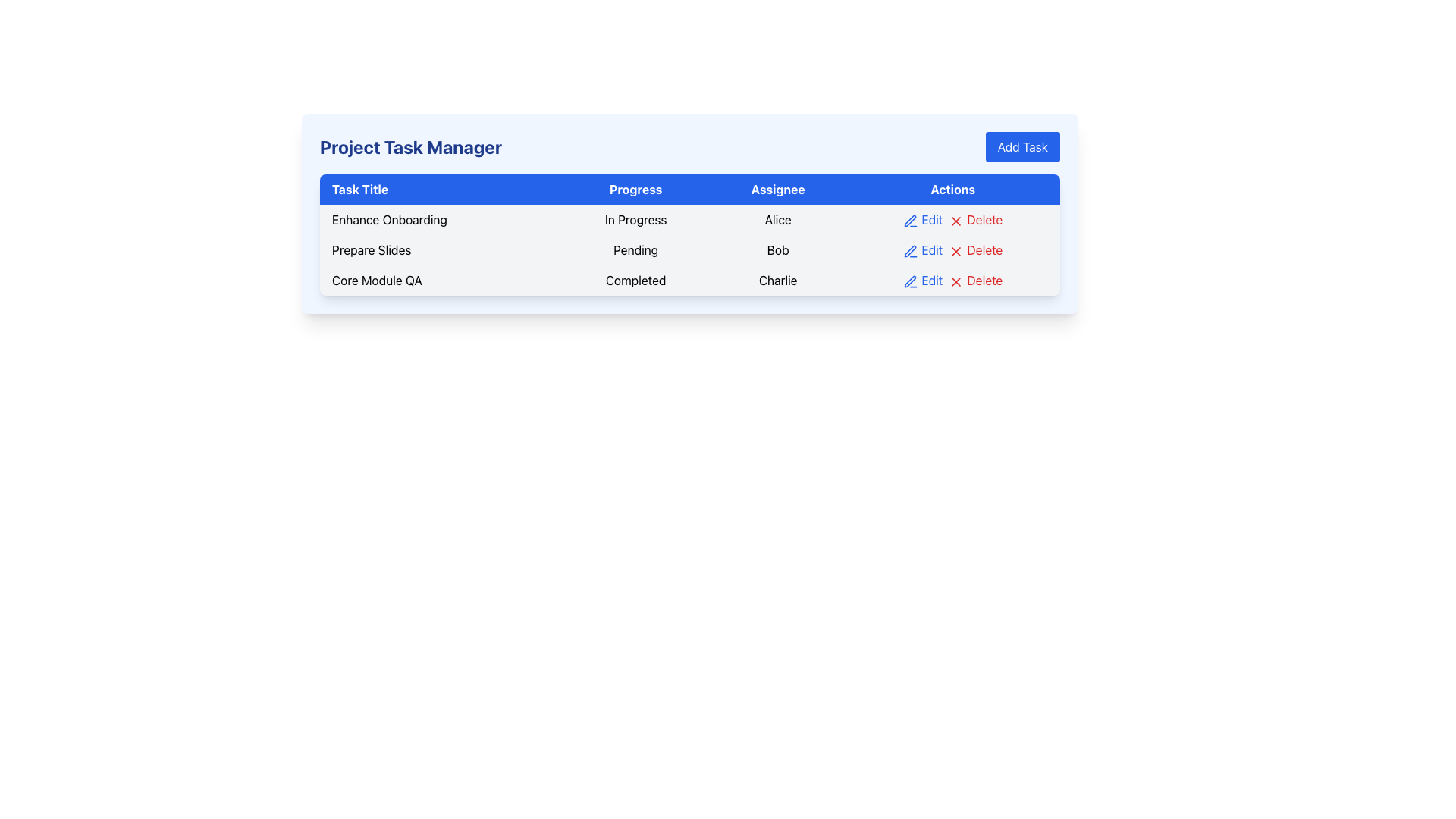 The image size is (1456, 819). What do you see at coordinates (910, 281) in the screenshot?
I see `the 'Edit' icon in the 'Actions' column of the table for the task titled 'Core Module QA'` at bounding box center [910, 281].